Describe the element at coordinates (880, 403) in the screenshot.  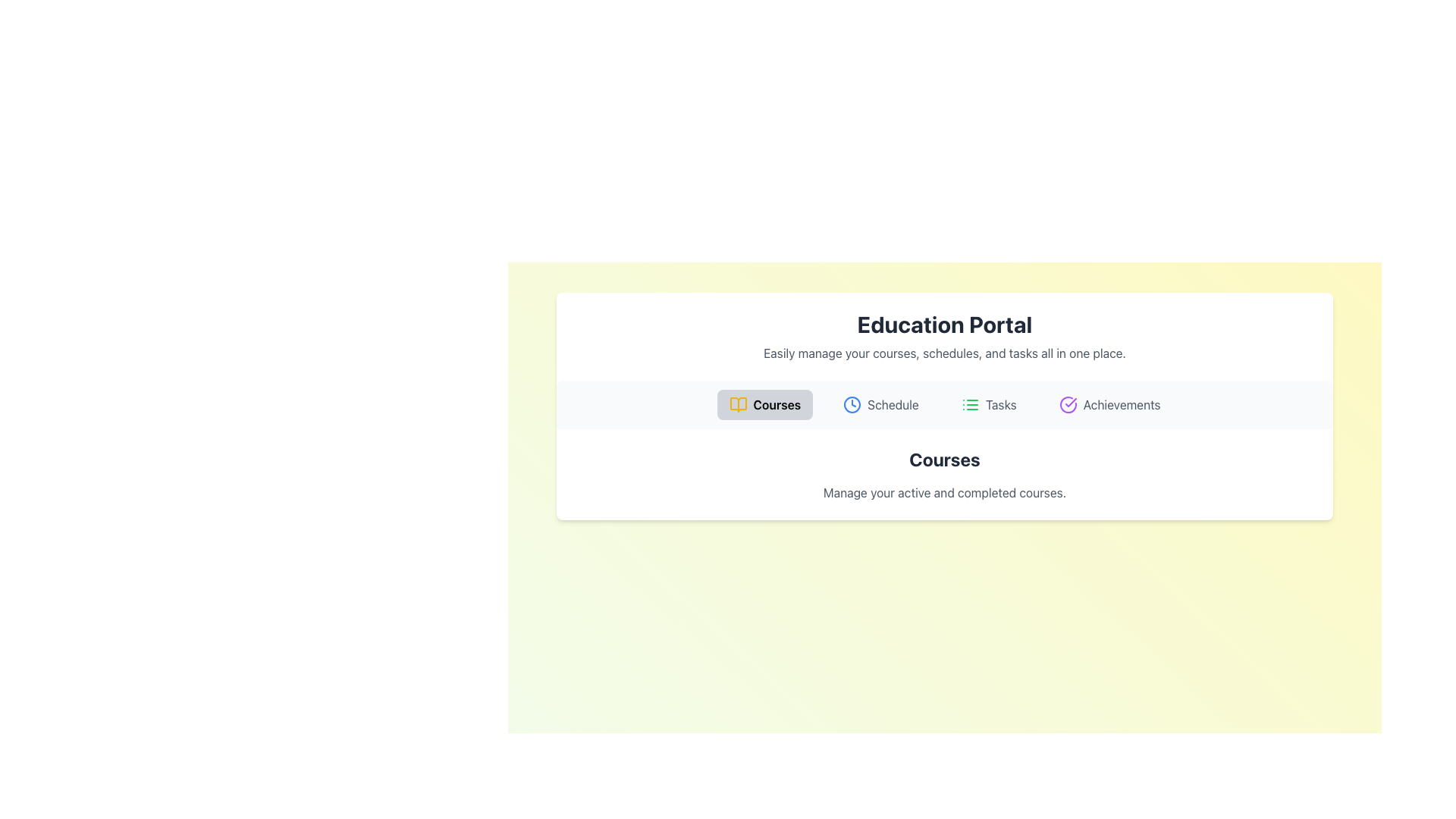
I see `the 'Schedule' navigation button, which is styled in light blue and features a clock icon, to potentially see a visual cue` at that location.